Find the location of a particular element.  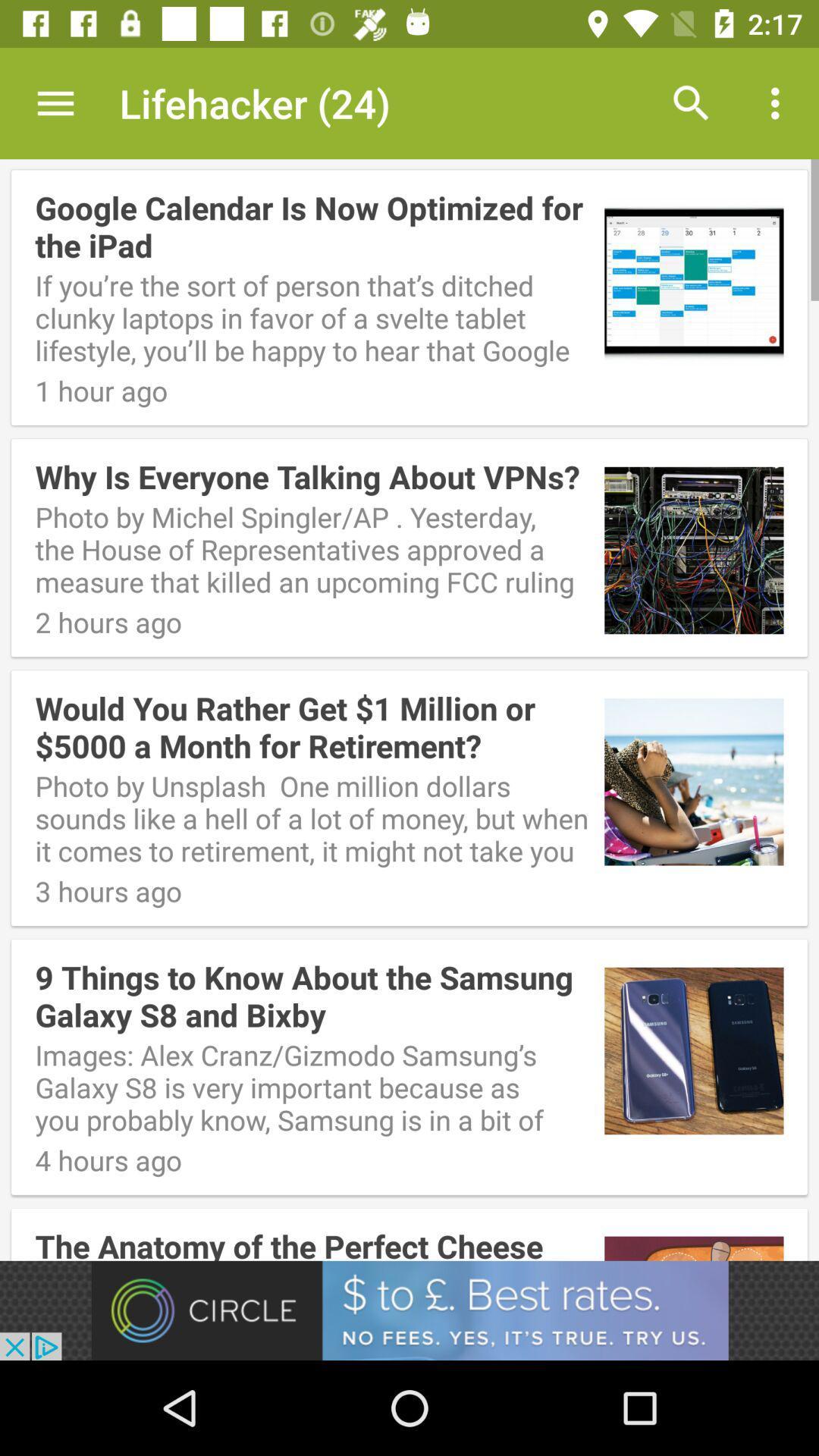

advertisement is located at coordinates (409, 1310).